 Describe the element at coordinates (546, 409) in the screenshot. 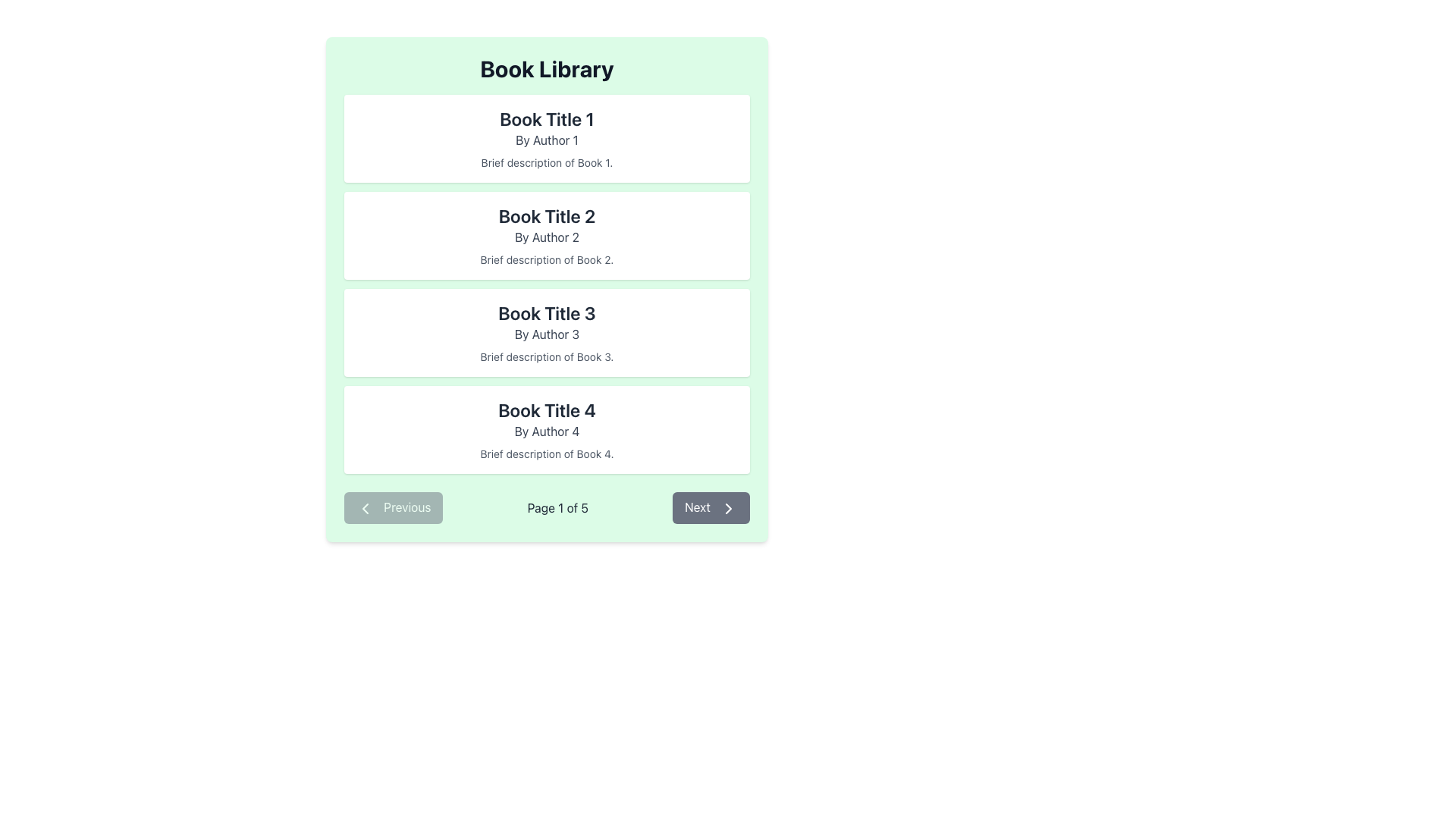

I see `the static text display showing 'Book Title 4', which is styled in a bold, large font and located at the upper center of the fourth rectangular card in the list of books` at that location.